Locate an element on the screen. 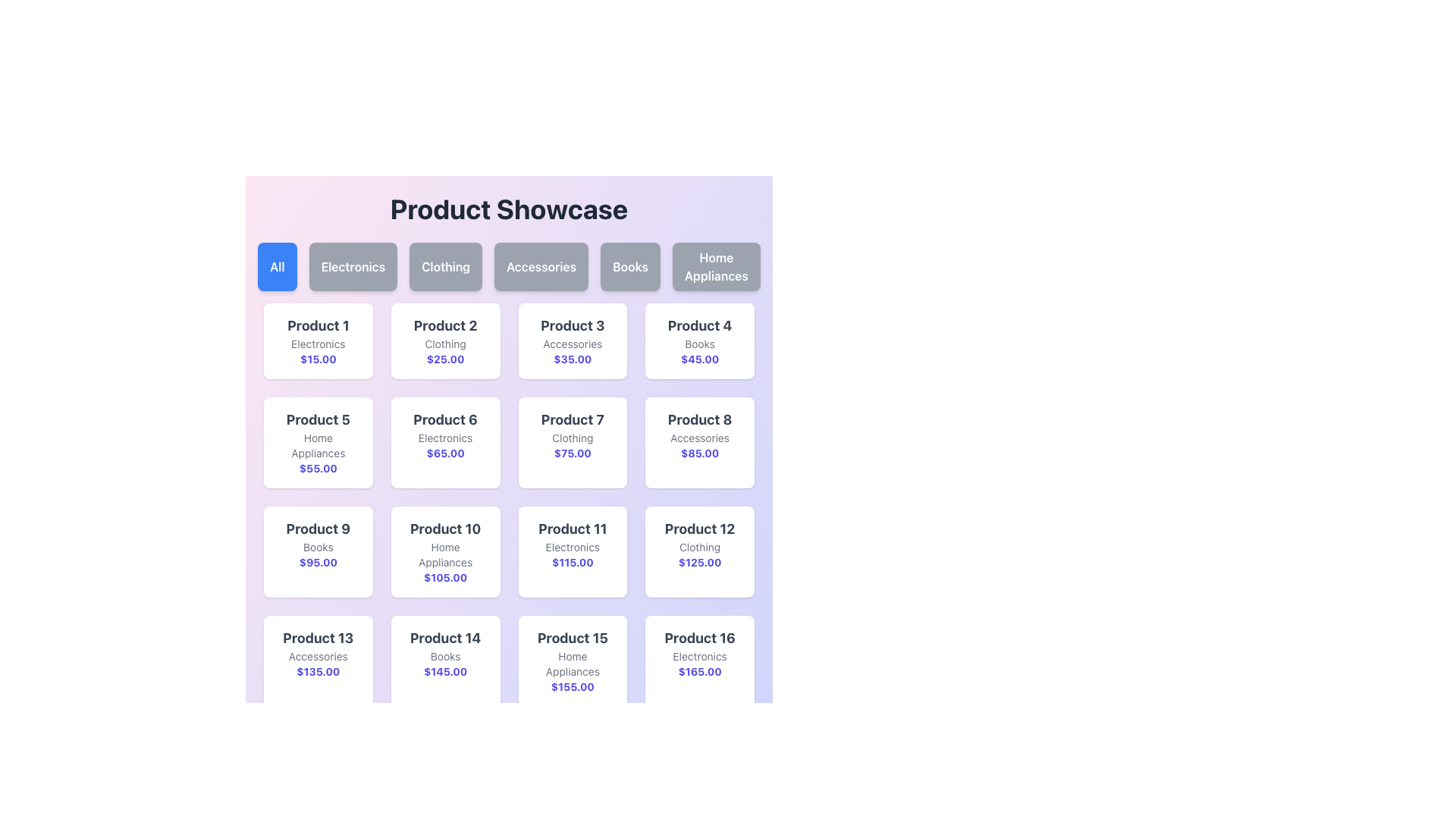 This screenshot has width=1456, height=819. the text label displaying the category 'Books' for 'Product 4', located at the center bottom of the product card is located at coordinates (699, 344).